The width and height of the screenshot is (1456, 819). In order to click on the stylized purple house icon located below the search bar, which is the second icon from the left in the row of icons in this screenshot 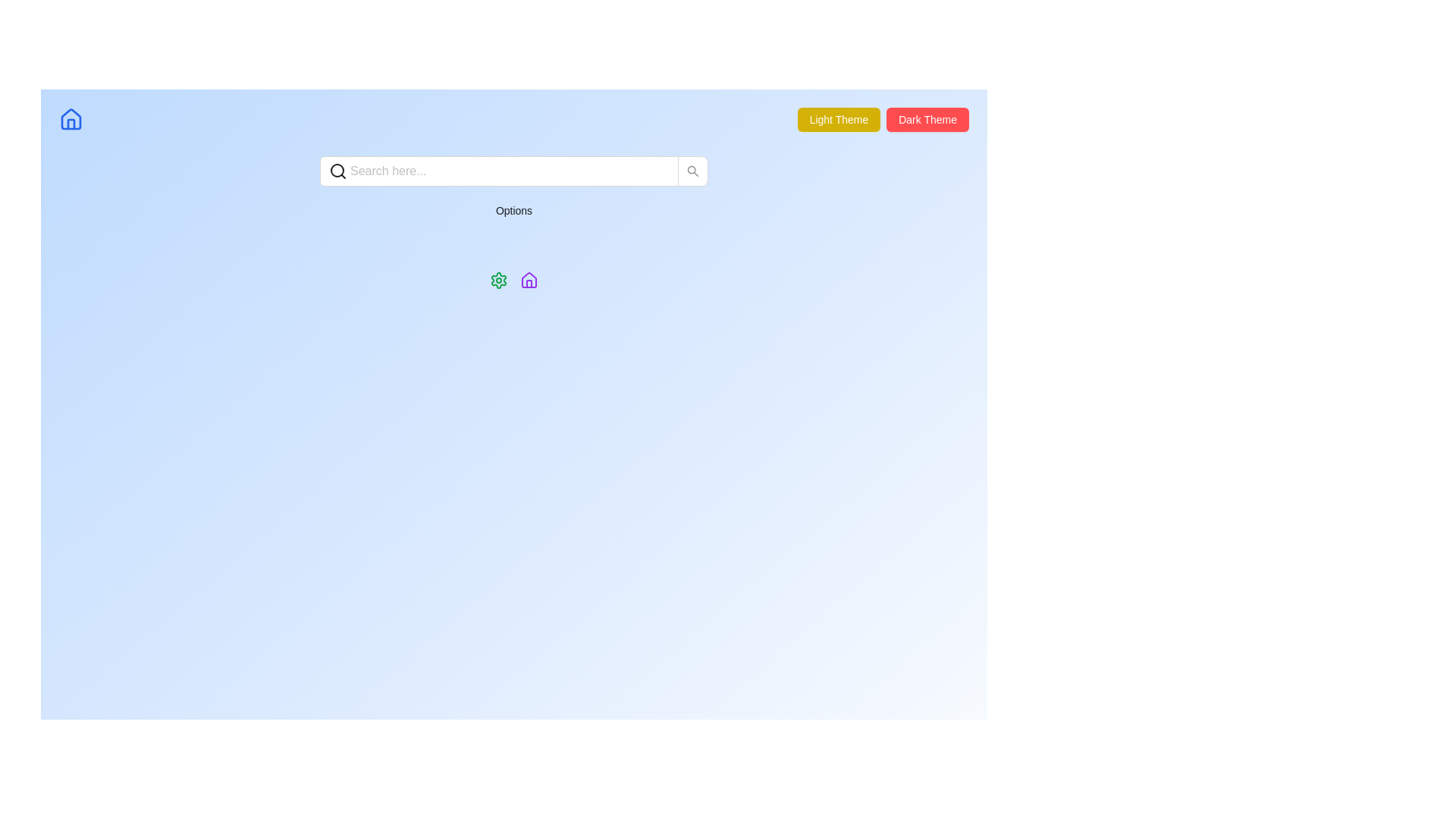, I will do `click(529, 281)`.